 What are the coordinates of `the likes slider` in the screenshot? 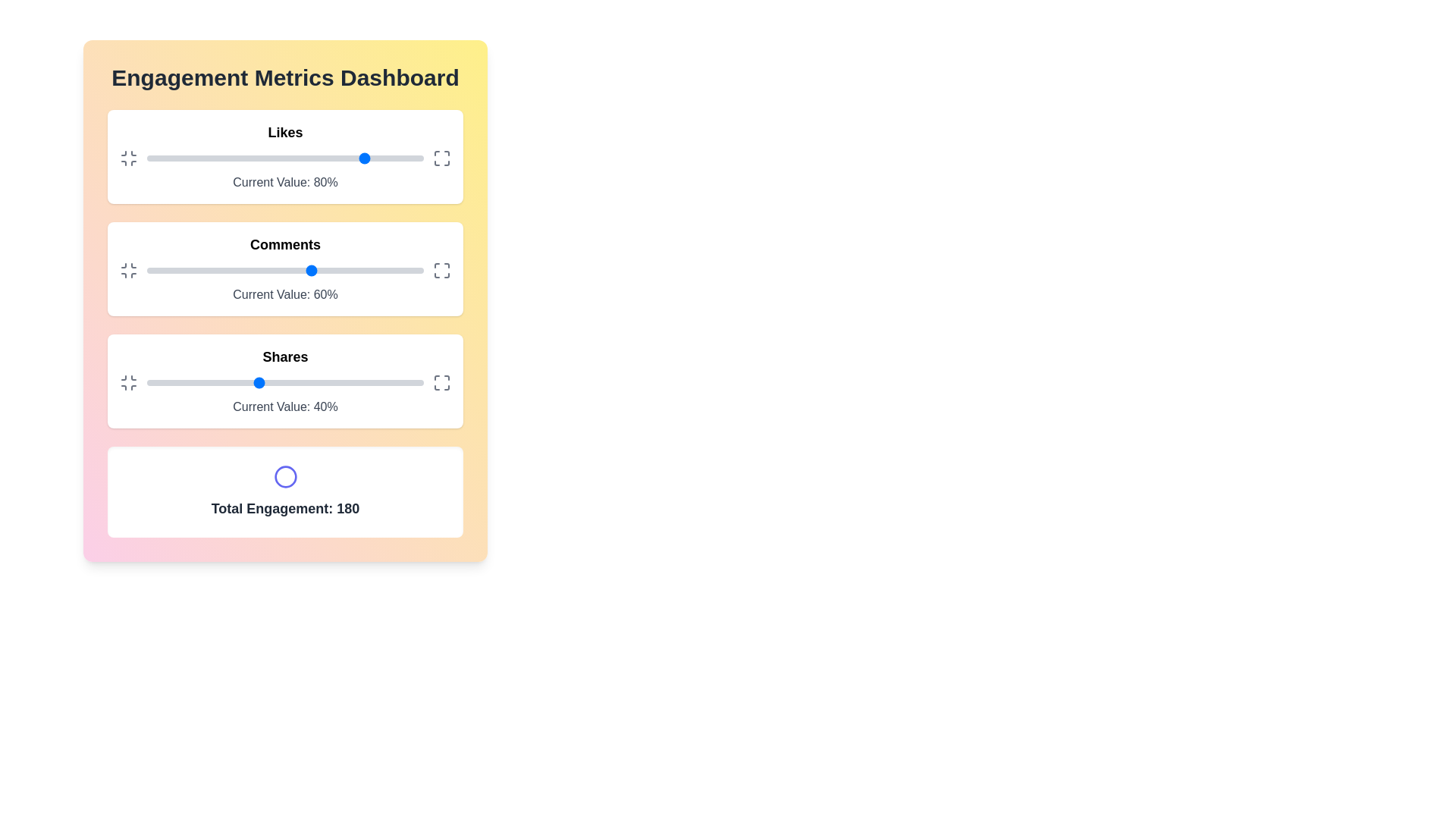 It's located at (309, 158).